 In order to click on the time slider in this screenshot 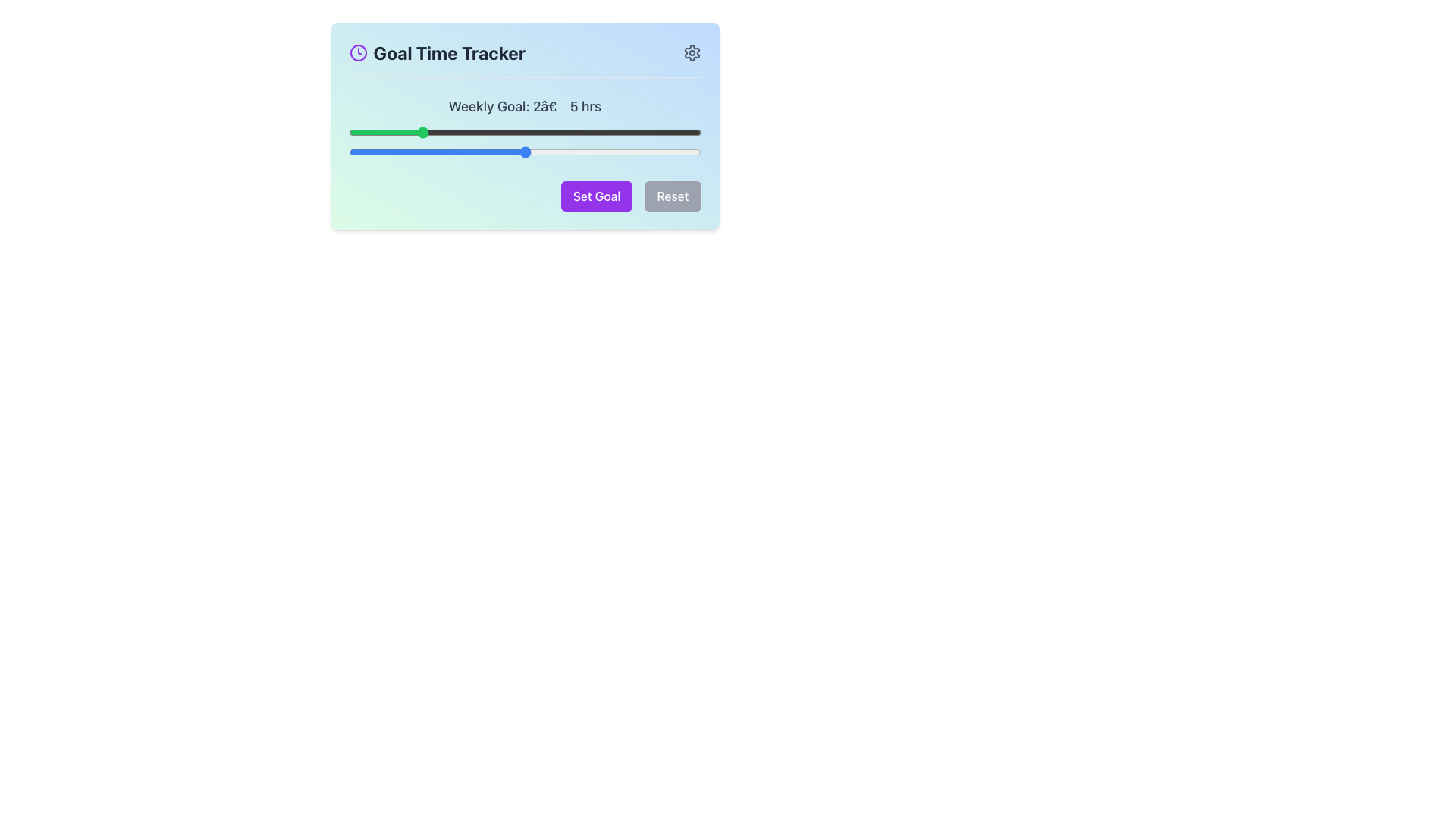, I will do `click(490, 131)`.